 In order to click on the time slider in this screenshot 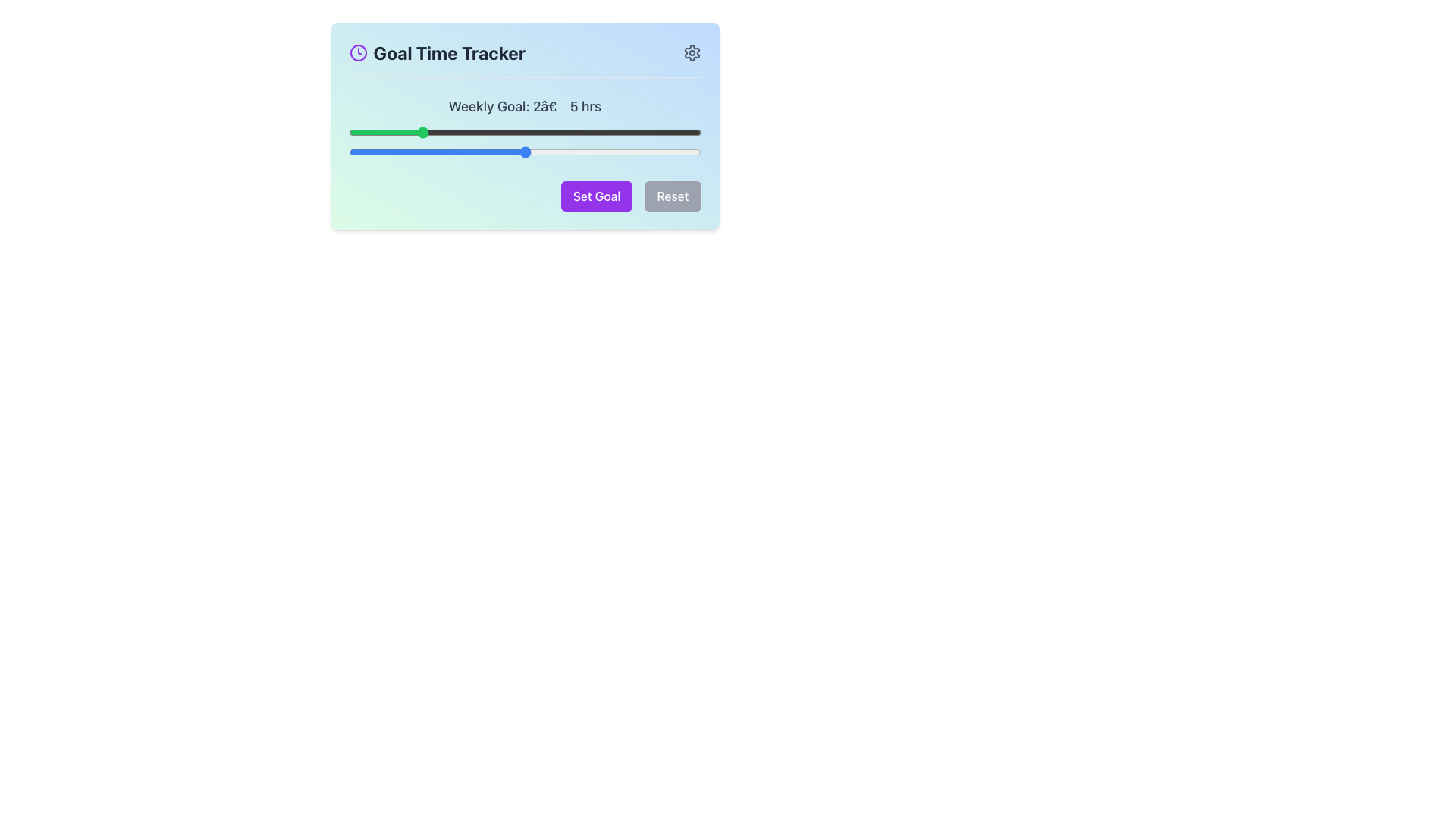, I will do `click(490, 131)`.